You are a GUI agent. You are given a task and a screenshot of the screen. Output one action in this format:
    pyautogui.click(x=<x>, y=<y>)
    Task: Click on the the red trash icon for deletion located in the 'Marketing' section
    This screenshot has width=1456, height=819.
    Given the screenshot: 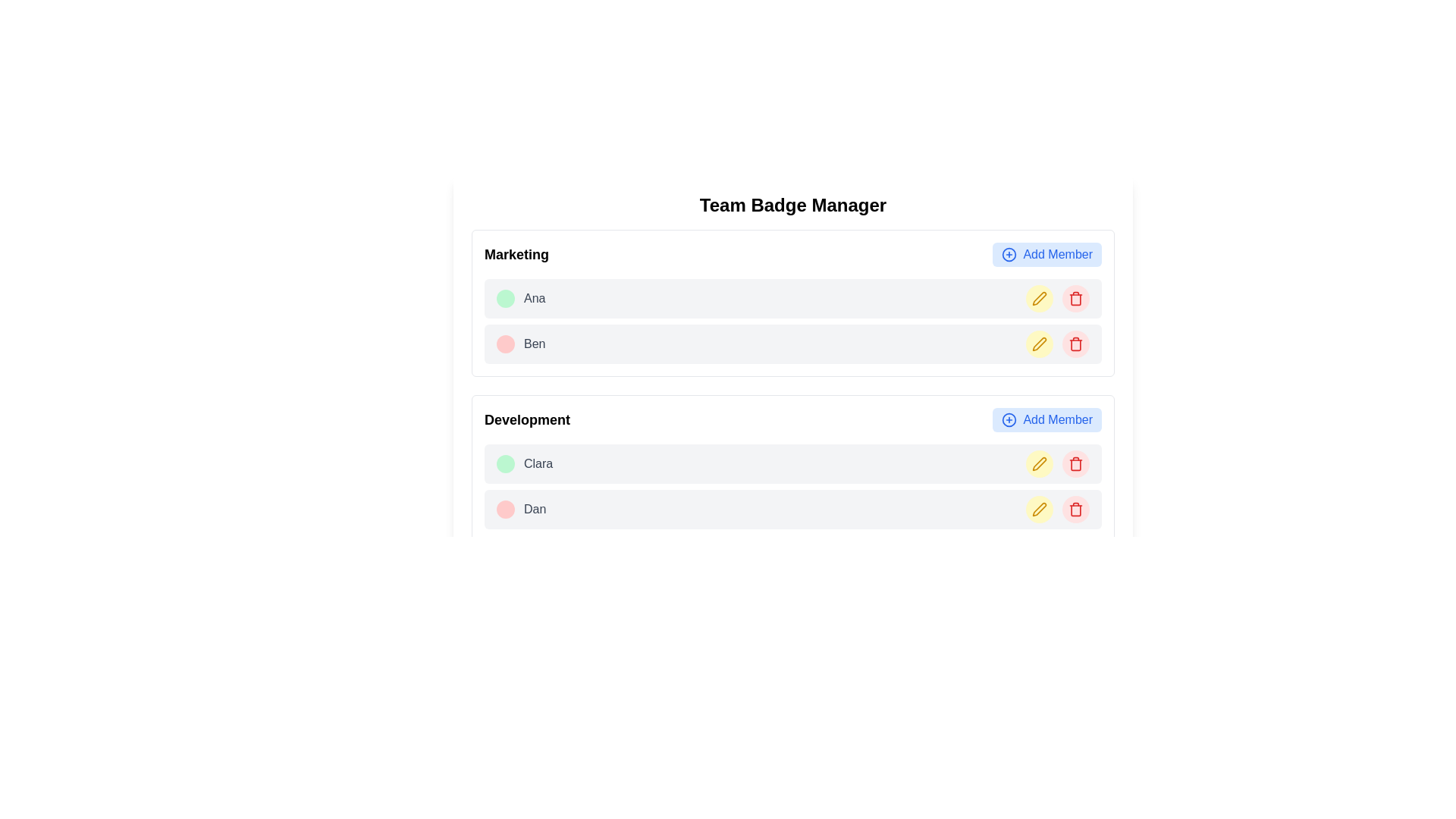 What is the action you would take?
    pyautogui.click(x=1075, y=344)
    